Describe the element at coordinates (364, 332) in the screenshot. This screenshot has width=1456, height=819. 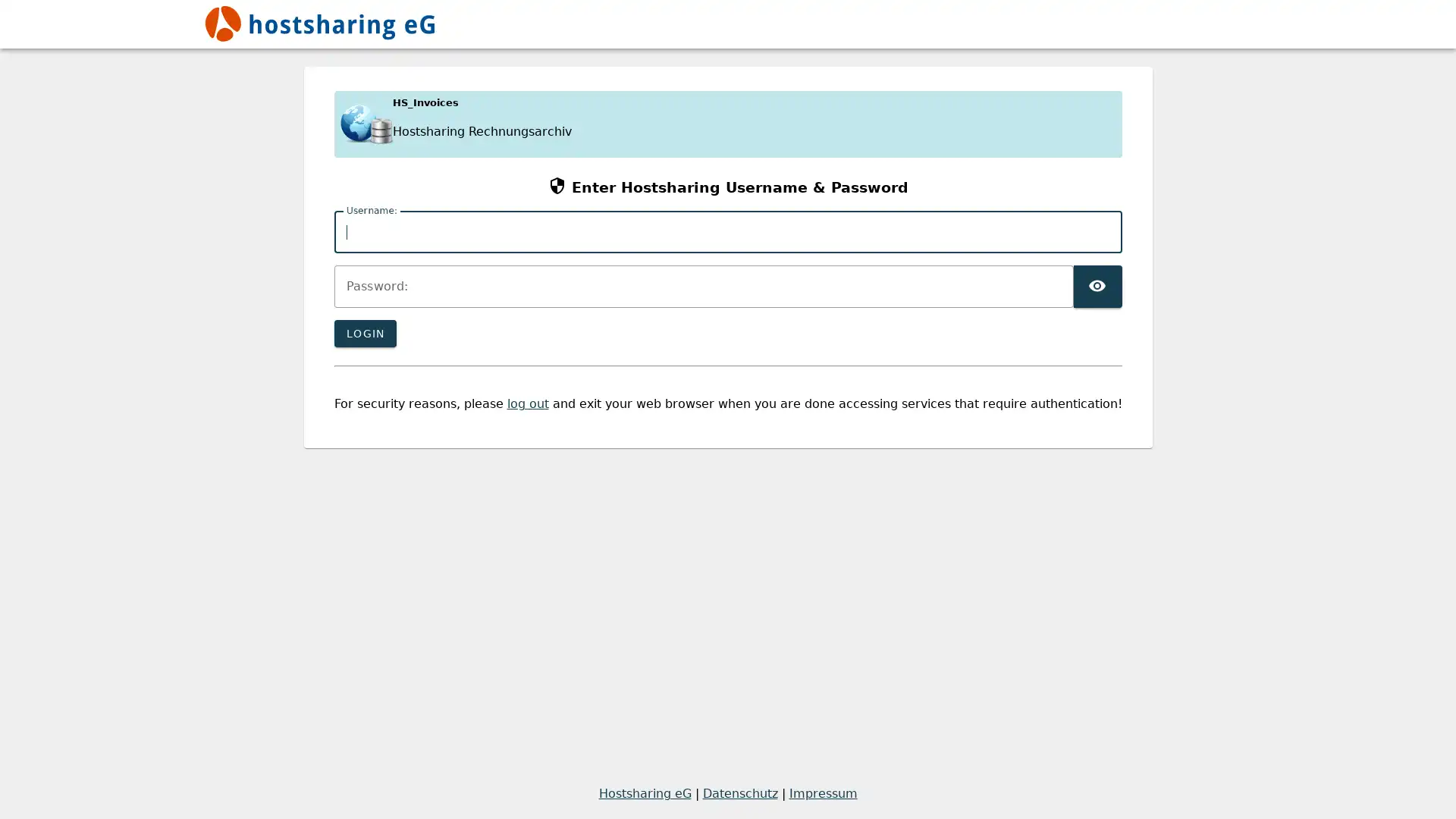
I see `LOGIN` at that location.